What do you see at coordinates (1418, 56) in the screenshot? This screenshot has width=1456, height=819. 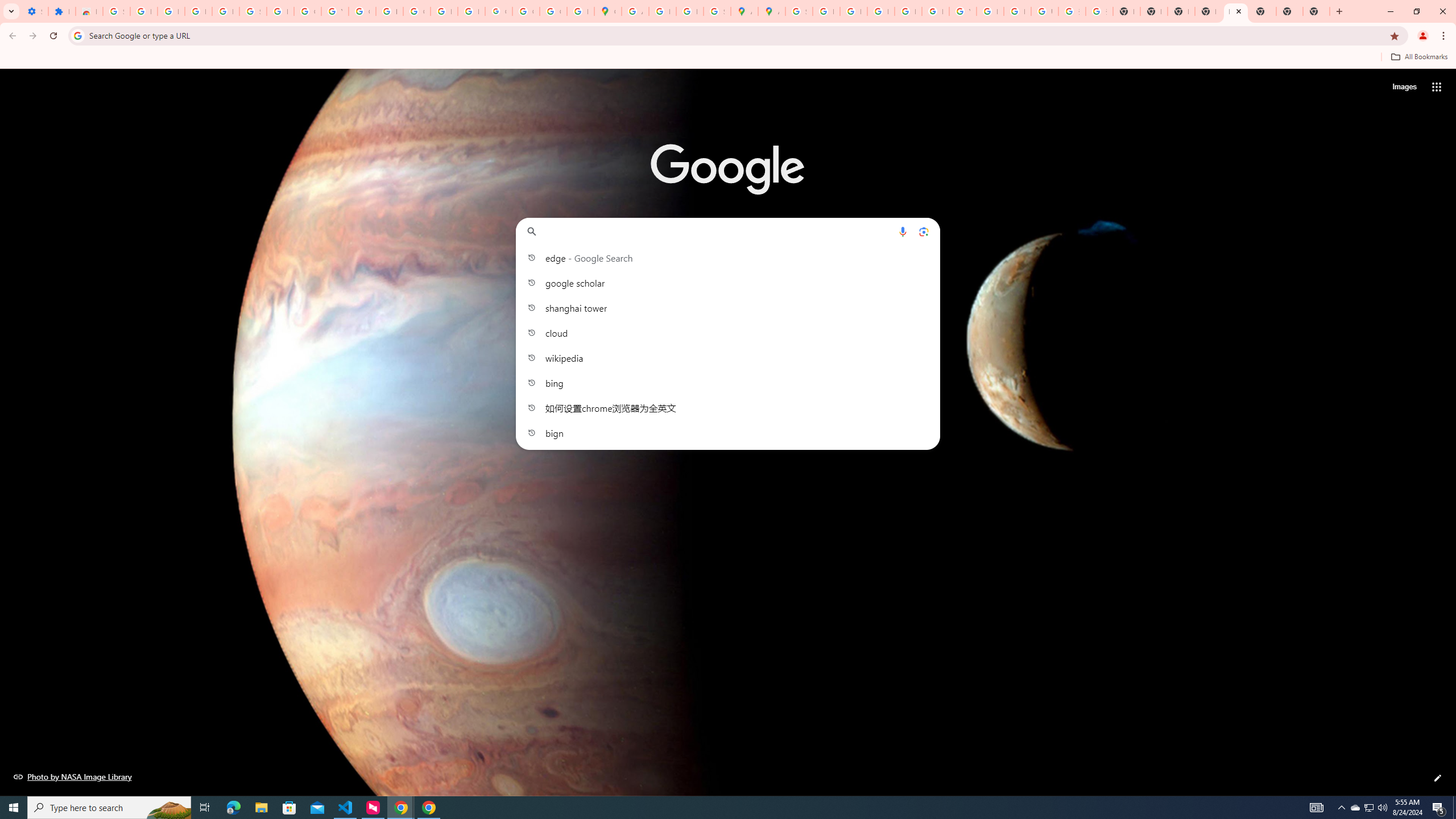 I see `'All Bookmarks'` at bounding box center [1418, 56].